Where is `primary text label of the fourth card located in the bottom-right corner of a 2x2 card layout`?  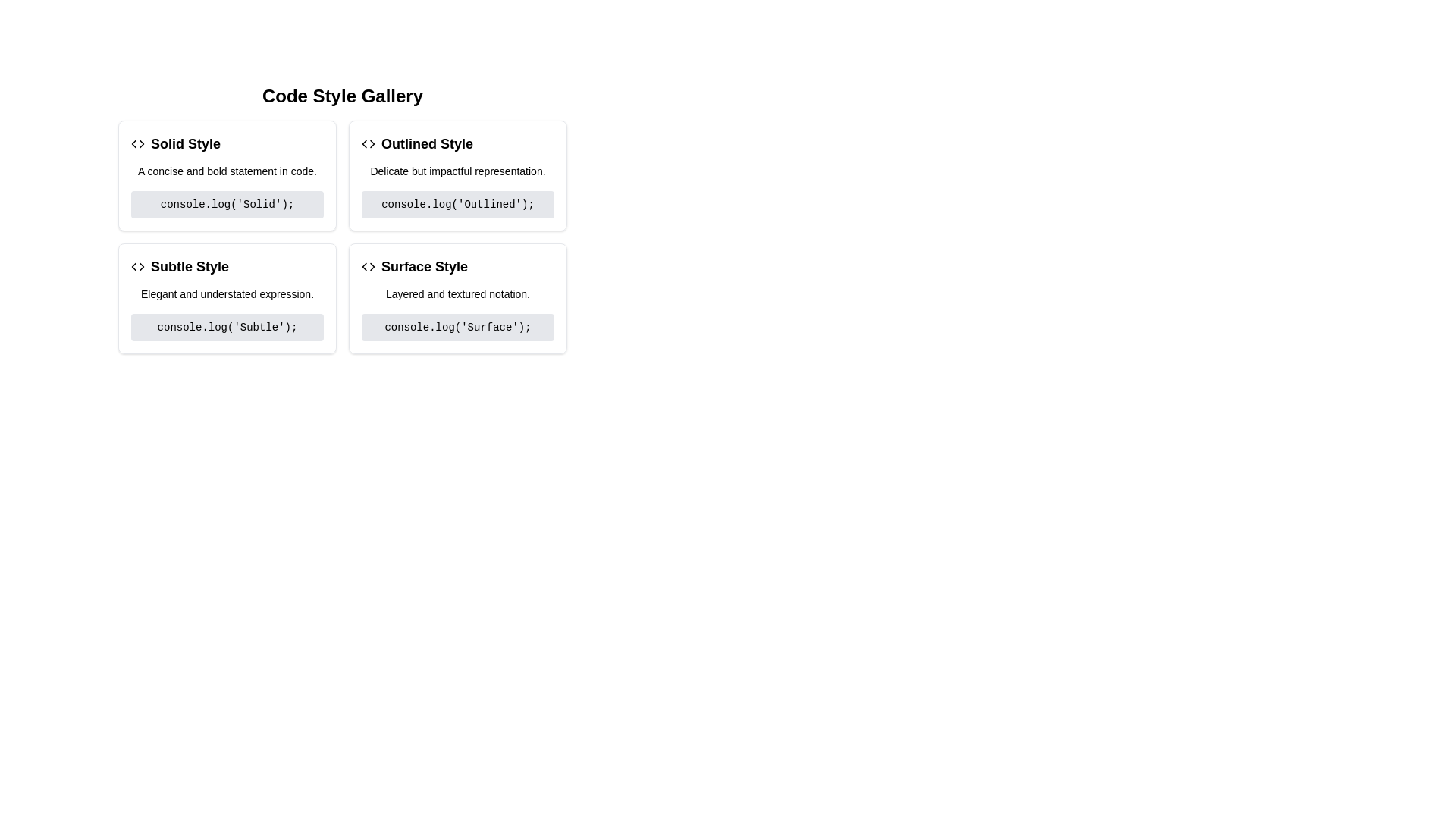 primary text label of the fourth card located in the bottom-right corner of a 2x2 card layout is located at coordinates (425, 265).